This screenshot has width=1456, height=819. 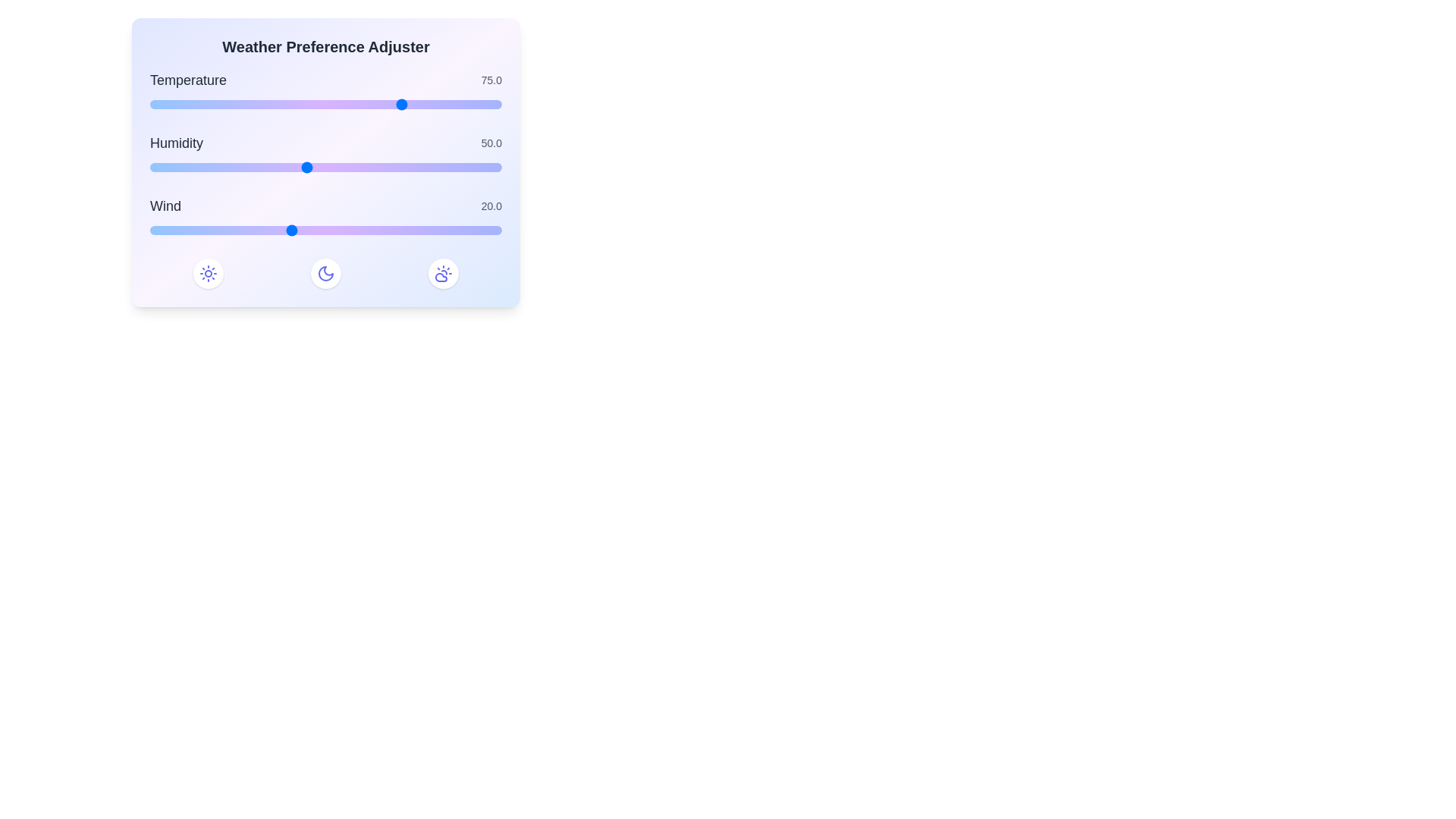 I want to click on the humidity value, so click(x=494, y=167).